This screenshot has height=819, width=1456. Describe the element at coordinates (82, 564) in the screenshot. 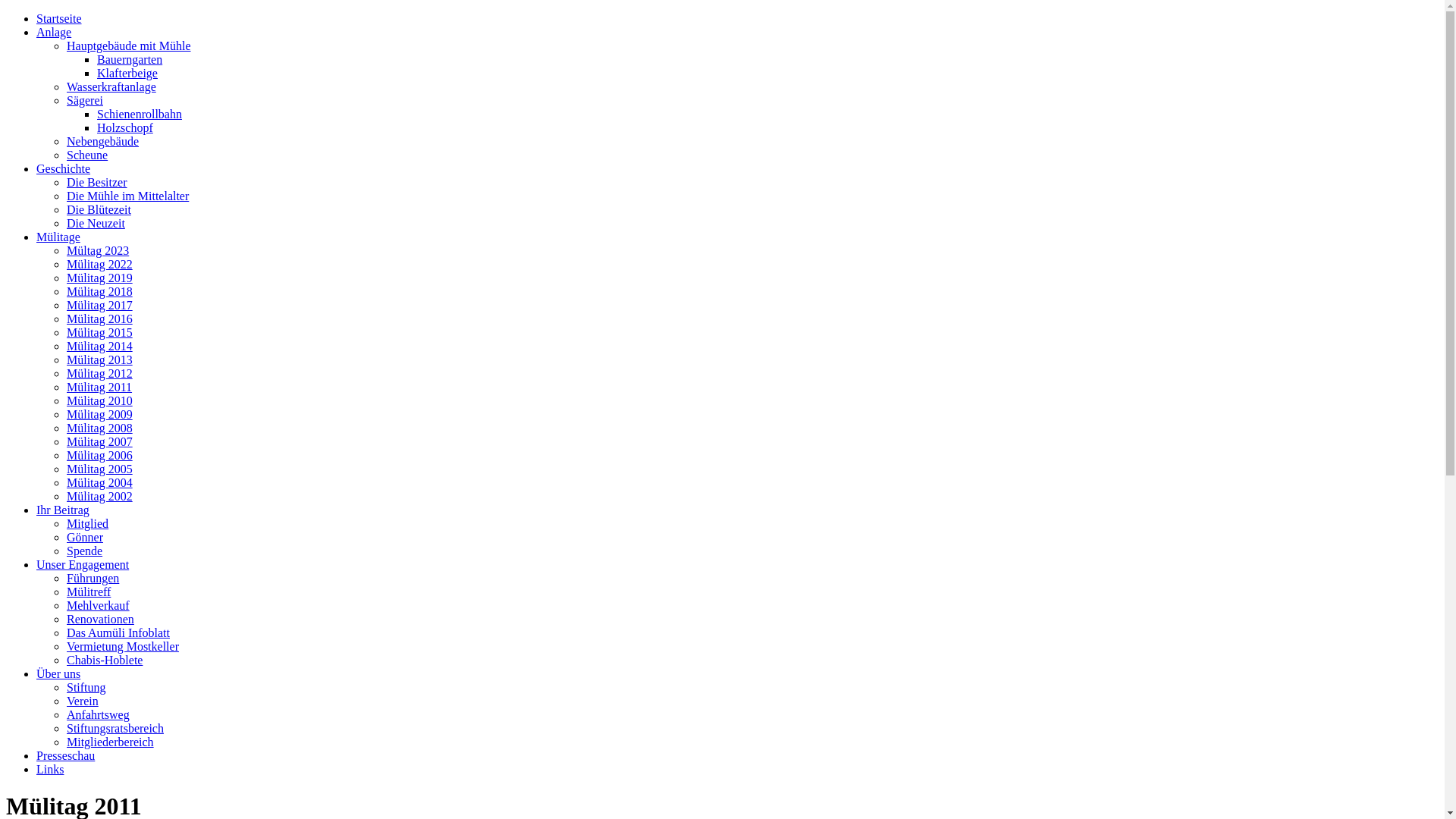

I see `'Unser Engagement'` at that location.